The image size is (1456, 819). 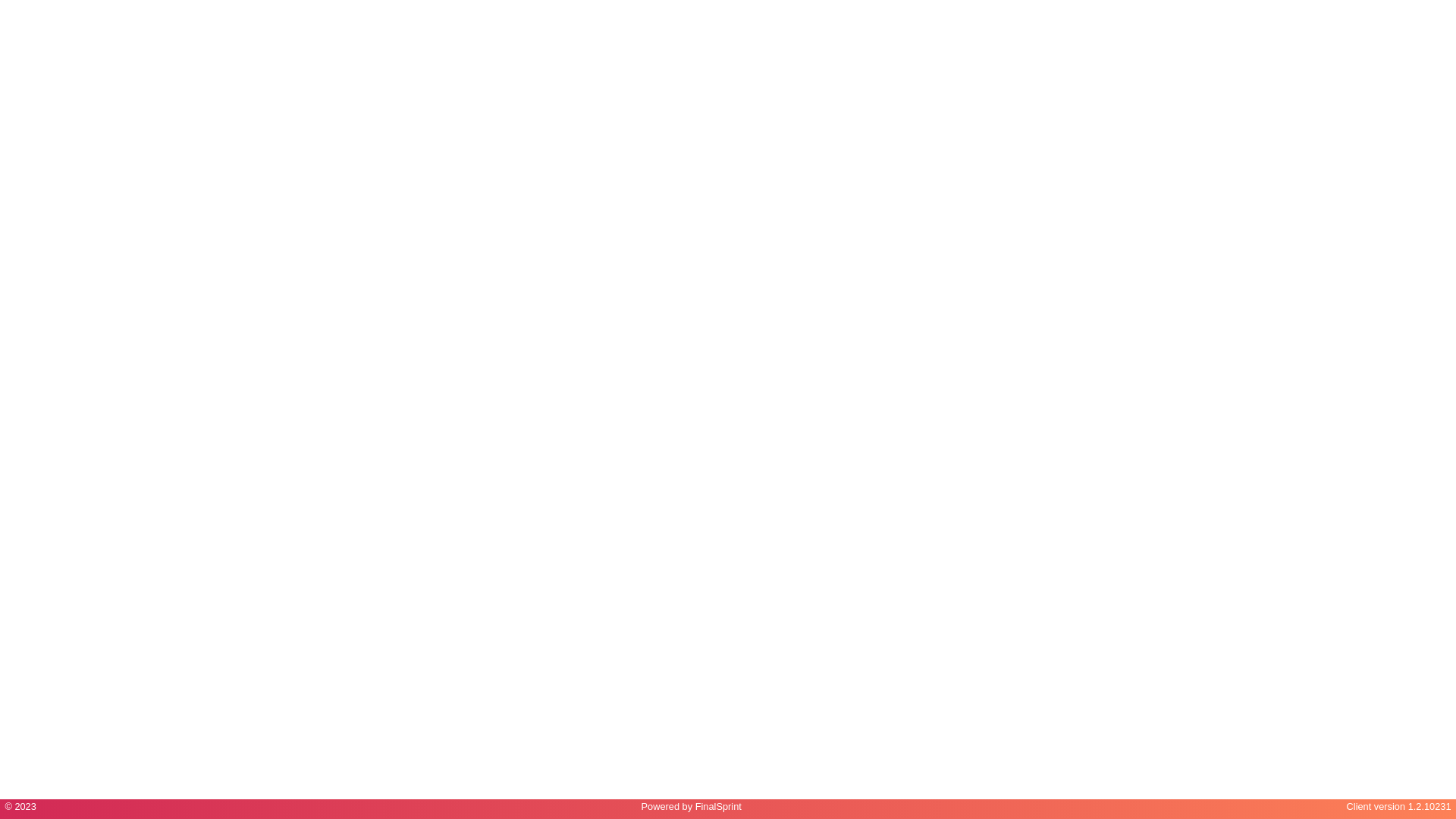 I want to click on 'FinalSprint', so click(x=694, y=805).